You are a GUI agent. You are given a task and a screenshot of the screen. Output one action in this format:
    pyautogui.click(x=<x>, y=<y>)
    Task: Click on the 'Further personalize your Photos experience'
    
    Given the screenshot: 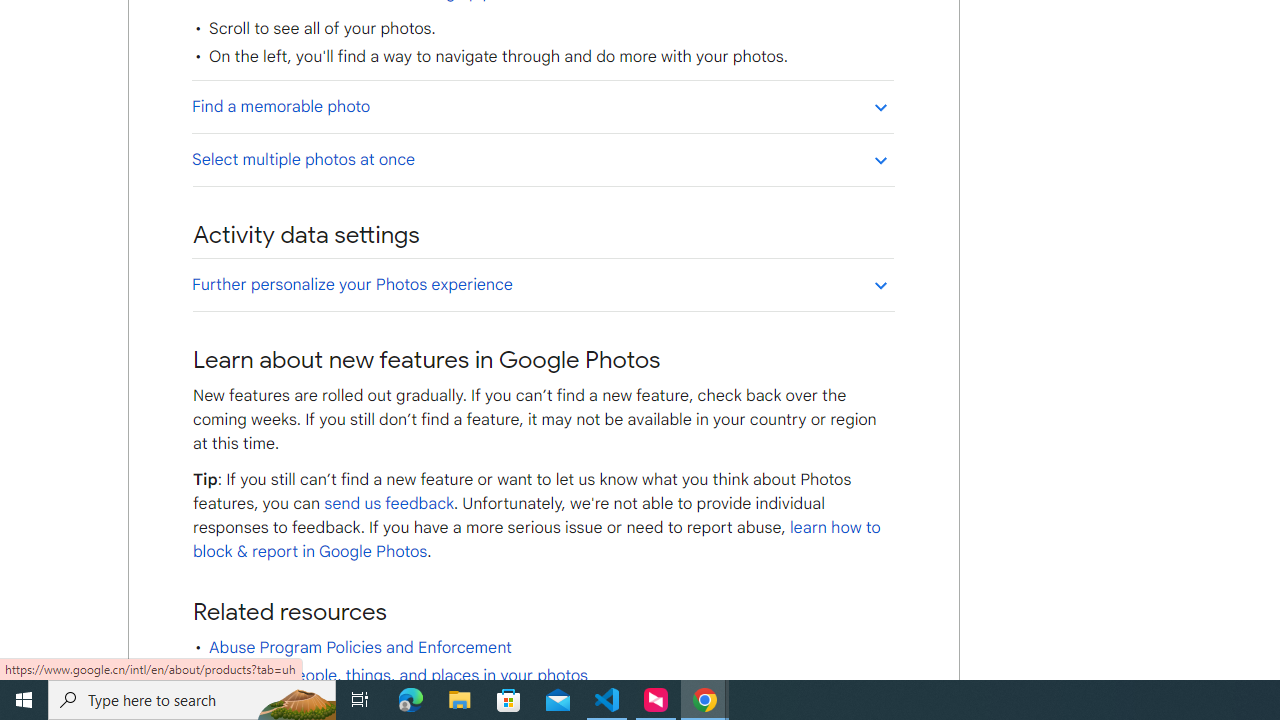 What is the action you would take?
    pyautogui.click(x=542, y=284)
    